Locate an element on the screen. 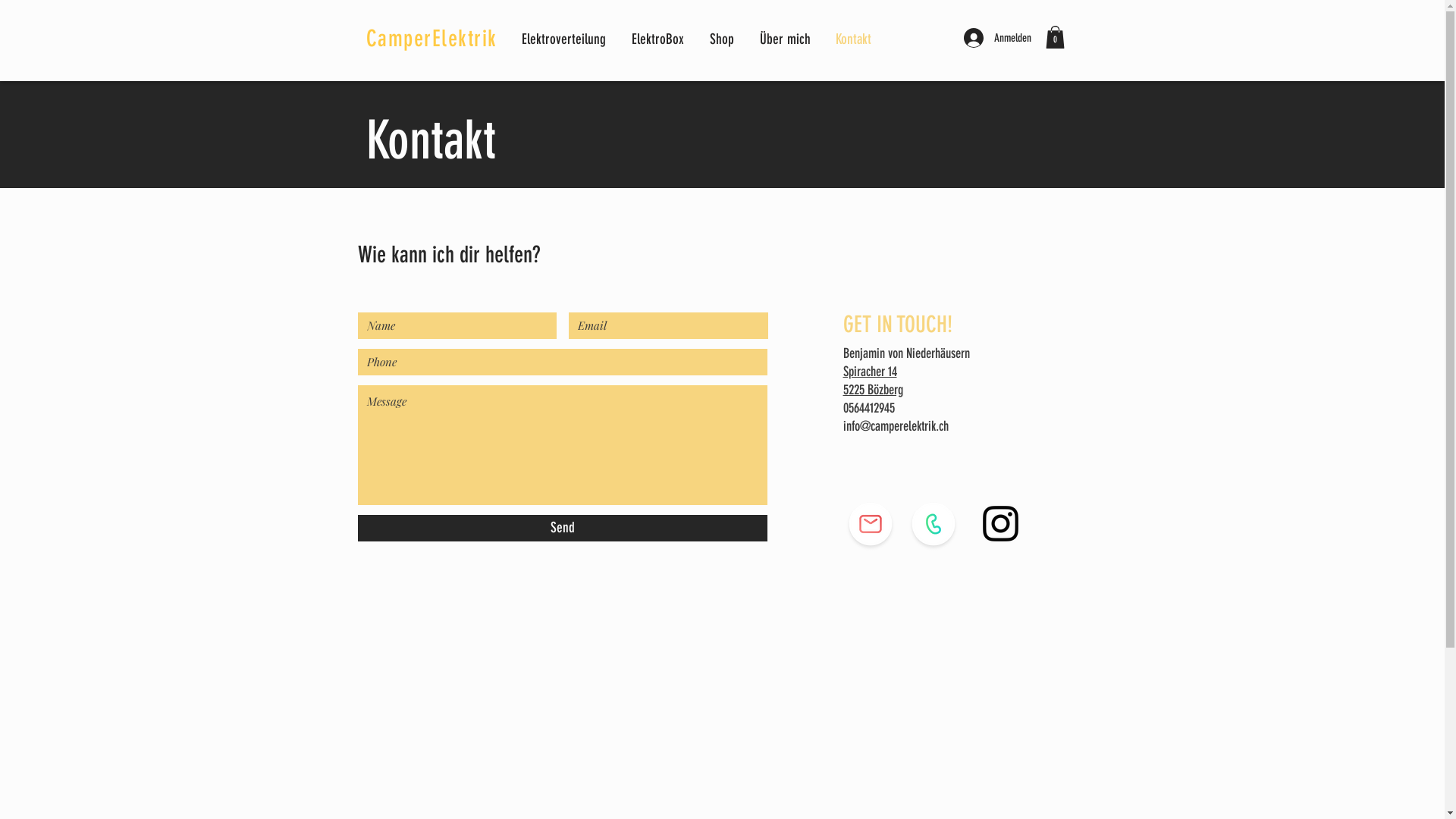 The image size is (1456, 819). 'Send' is located at coordinates (562, 527).